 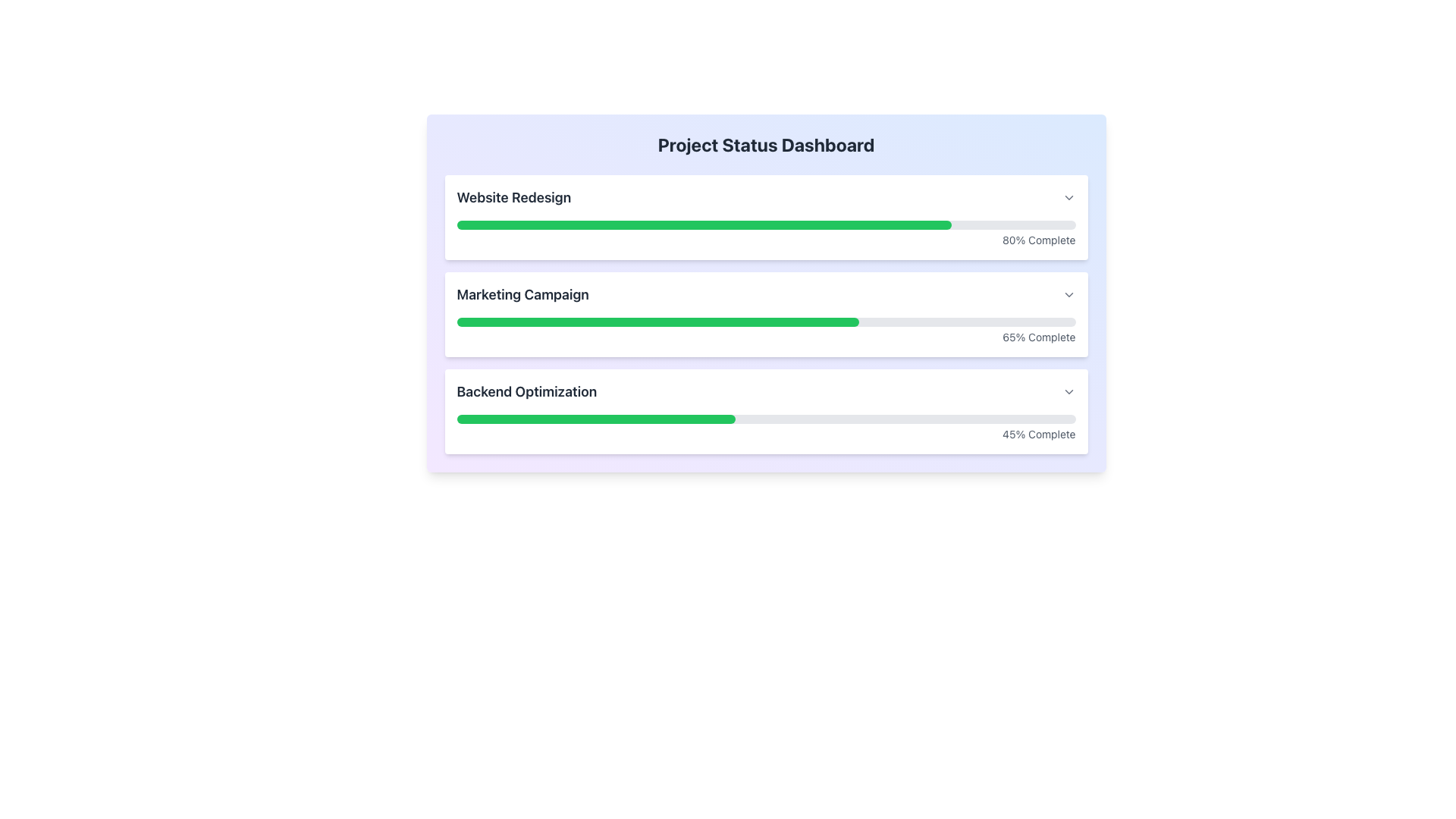 What do you see at coordinates (766, 321) in the screenshot?
I see `the completion status of the progress bar located in the middle card of the 'Project Status Dashboard' interface, which shows a green filled portion indicating 65% completion` at bounding box center [766, 321].